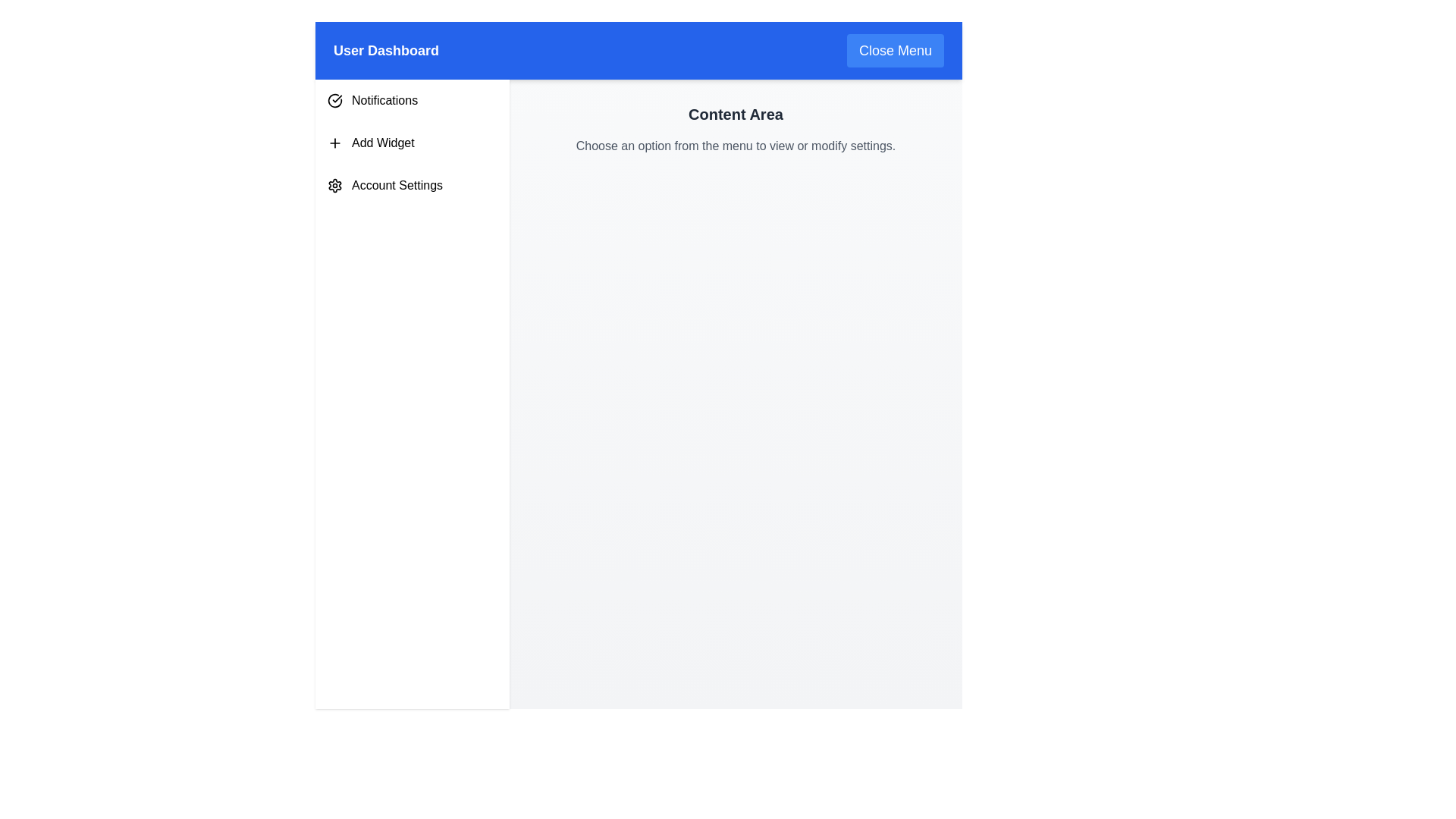 The width and height of the screenshot is (1456, 819). Describe the element at coordinates (383, 143) in the screenshot. I see `the text label 'Add Widget' in the vertical navigation bar, which is positioned to the right of the '+' icon and below 'Notifications'` at that location.